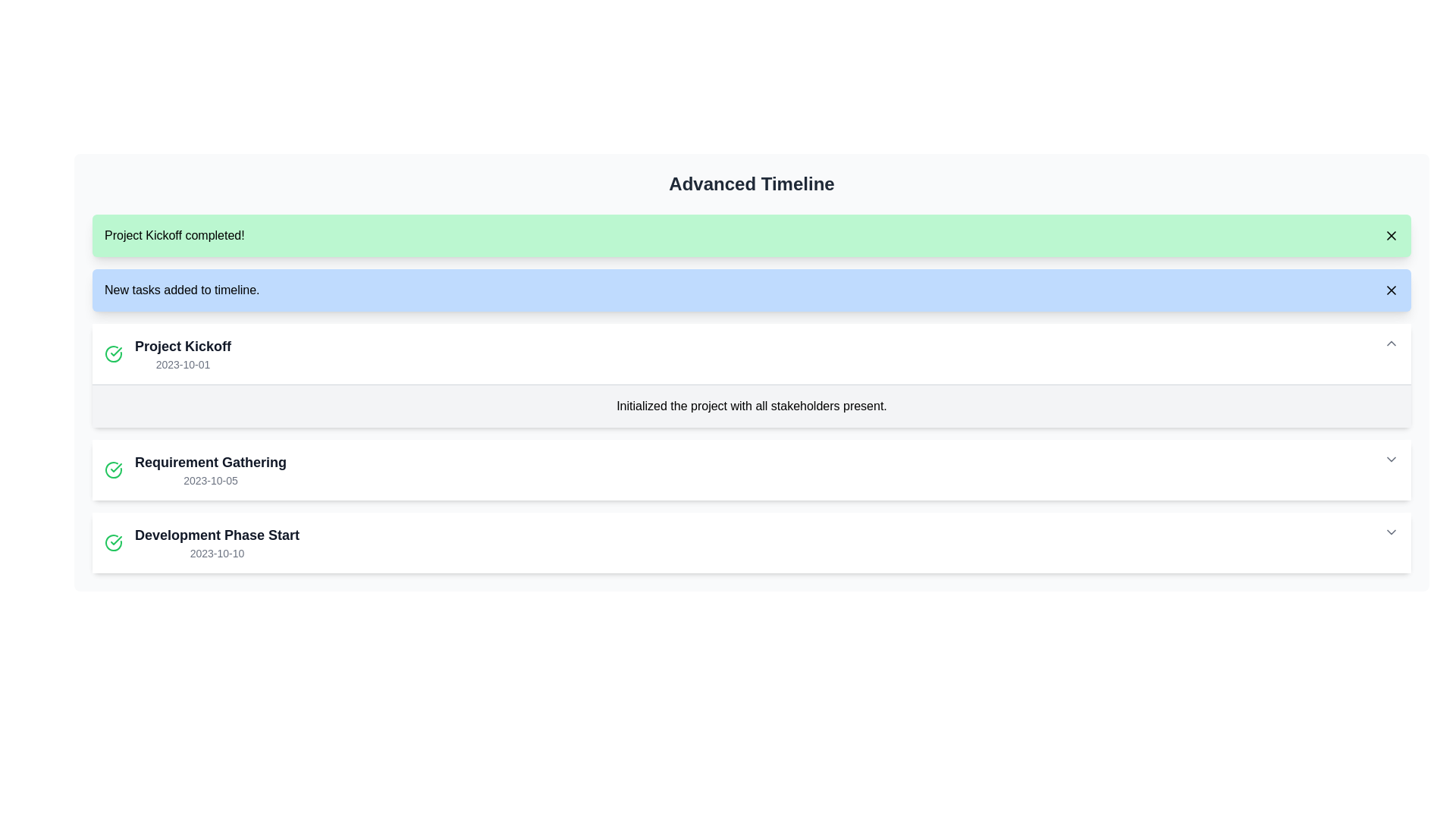  What do you see at coordinates (1391, 236) in the screenshot?
I see `the close button represented as an 'X' icon on the right end of the green notification bar, located near the text 'Project Kickoff completed!'` at bounding box center [1391, 236].